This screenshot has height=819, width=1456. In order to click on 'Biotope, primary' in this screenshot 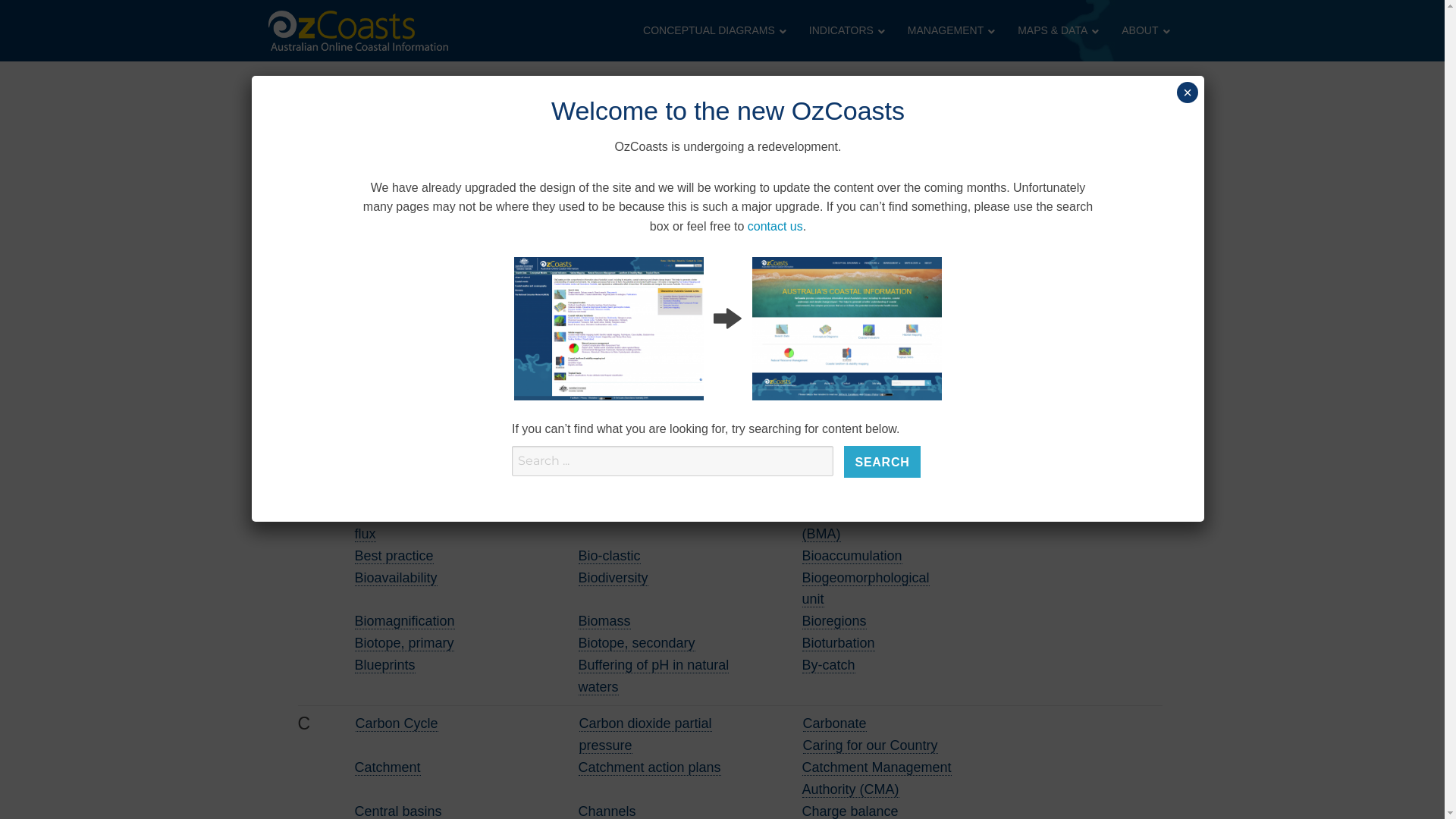, I will do `click(404, 643)`.